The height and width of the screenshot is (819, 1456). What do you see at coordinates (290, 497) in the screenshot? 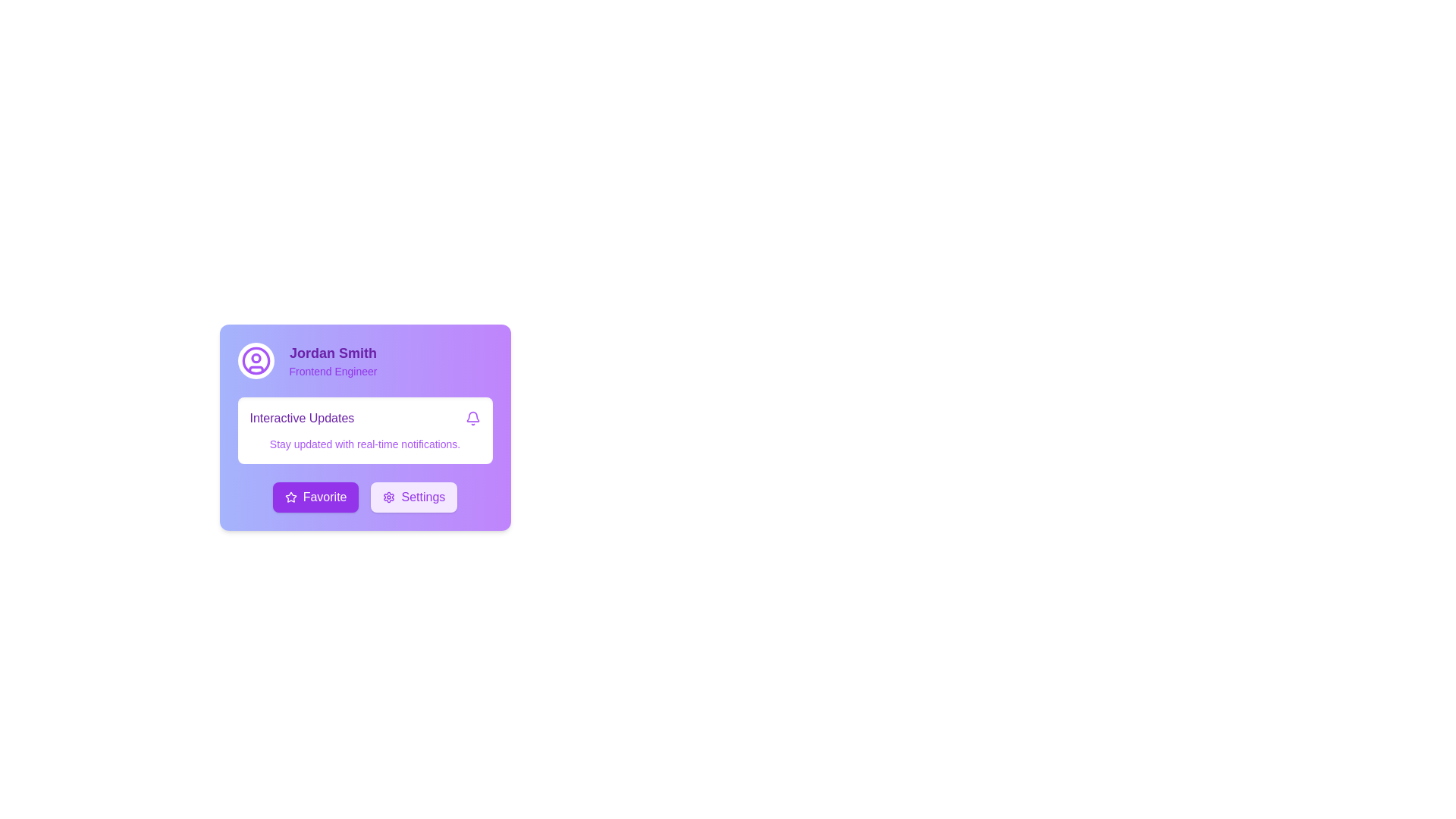
I see `the 'Favorite' button located in the settings panel beneath the user's profile details` at bounding box center [290, 497].